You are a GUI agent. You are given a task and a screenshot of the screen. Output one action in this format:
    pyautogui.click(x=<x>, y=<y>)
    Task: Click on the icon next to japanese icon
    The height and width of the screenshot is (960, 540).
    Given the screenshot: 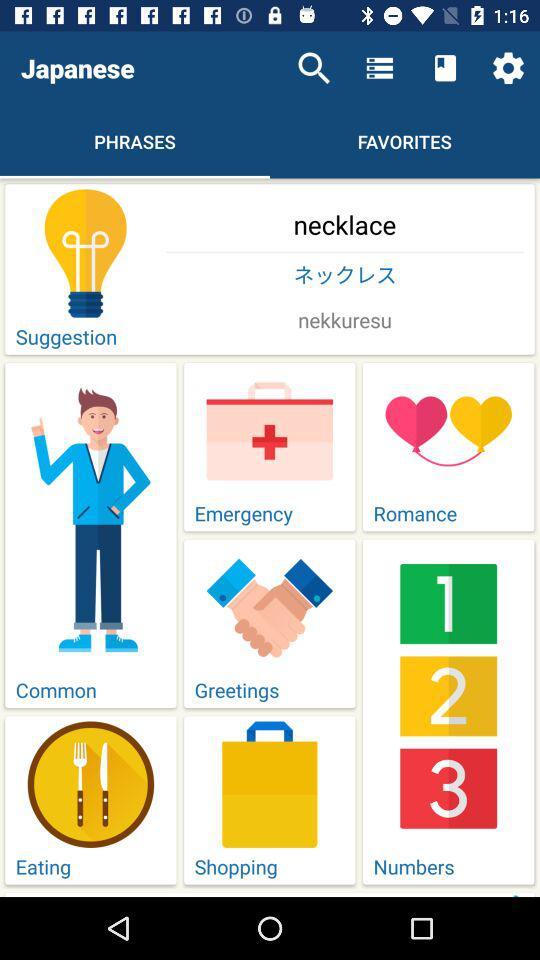 What is the action you would take?
    pyautogui.click(x=314, y=68)
    